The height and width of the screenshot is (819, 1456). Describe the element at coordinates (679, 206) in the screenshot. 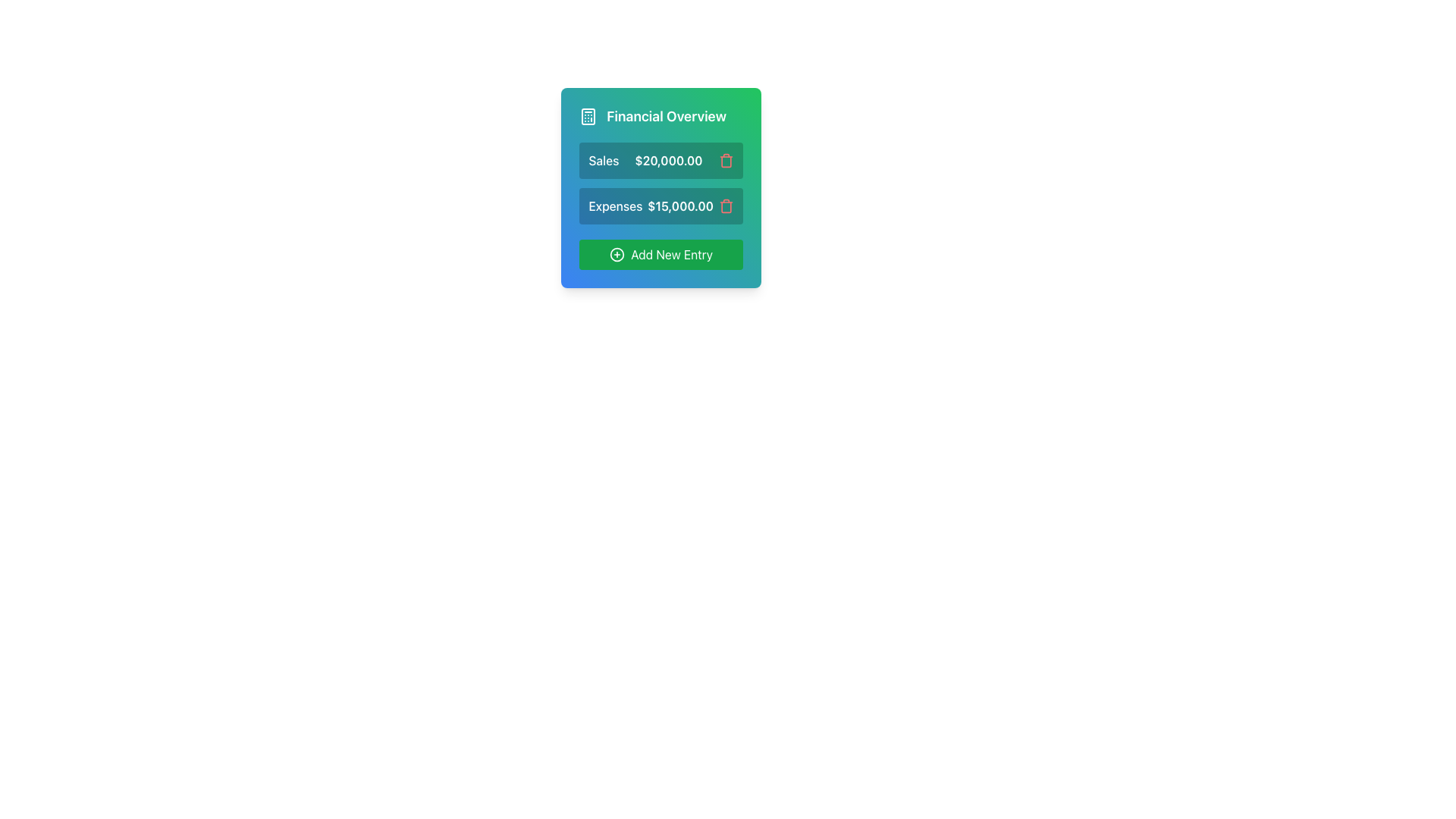

I see `text displaying the monetary value of expenses located in the row labeled 'Expenses' within the Financial Overview card, positioned to the right of the 'Expenses' label` at that location.